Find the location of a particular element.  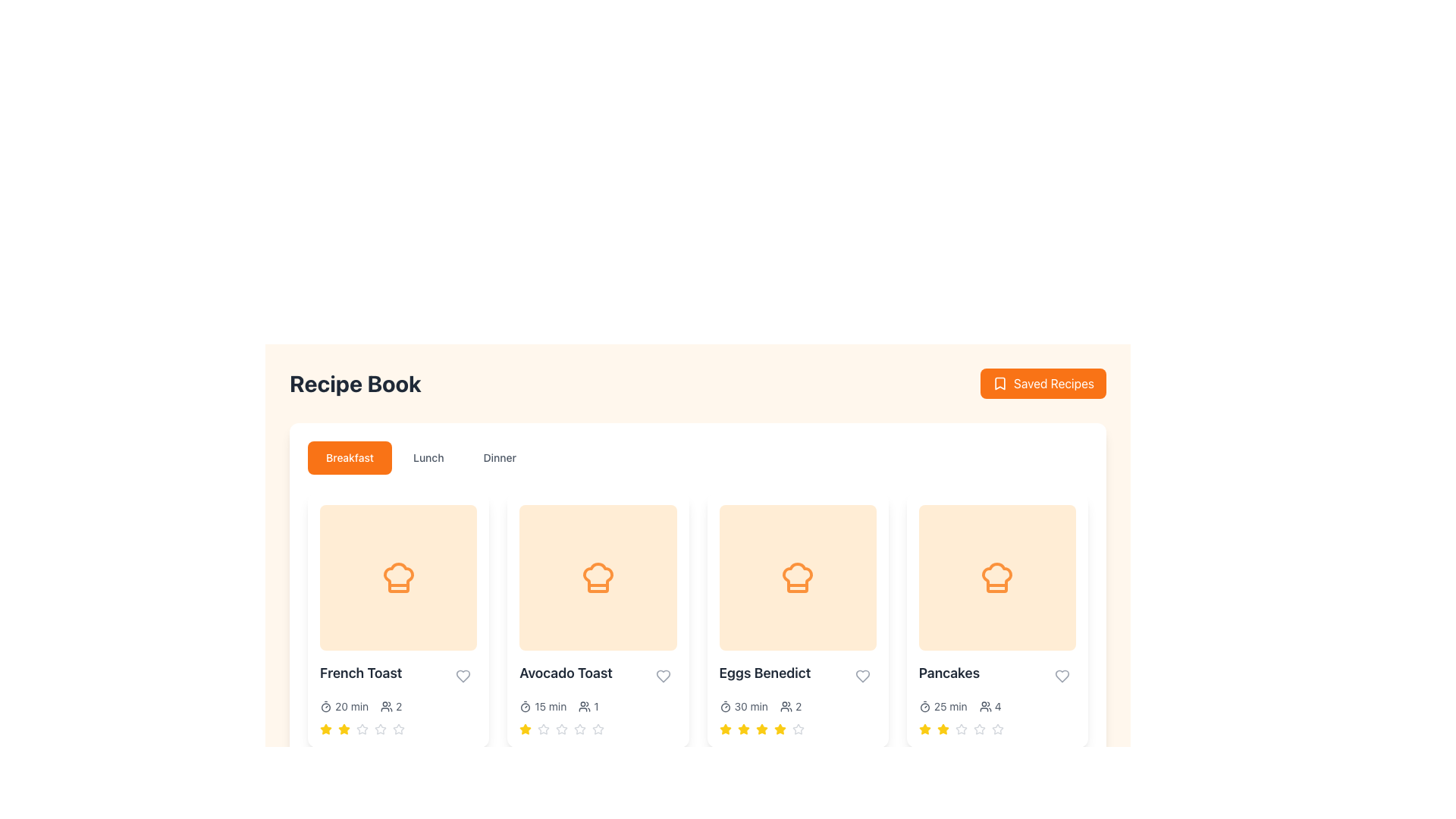

the first star icon in the rating system under the 'French Toast' recipe card is located at coordinates (344, 728).